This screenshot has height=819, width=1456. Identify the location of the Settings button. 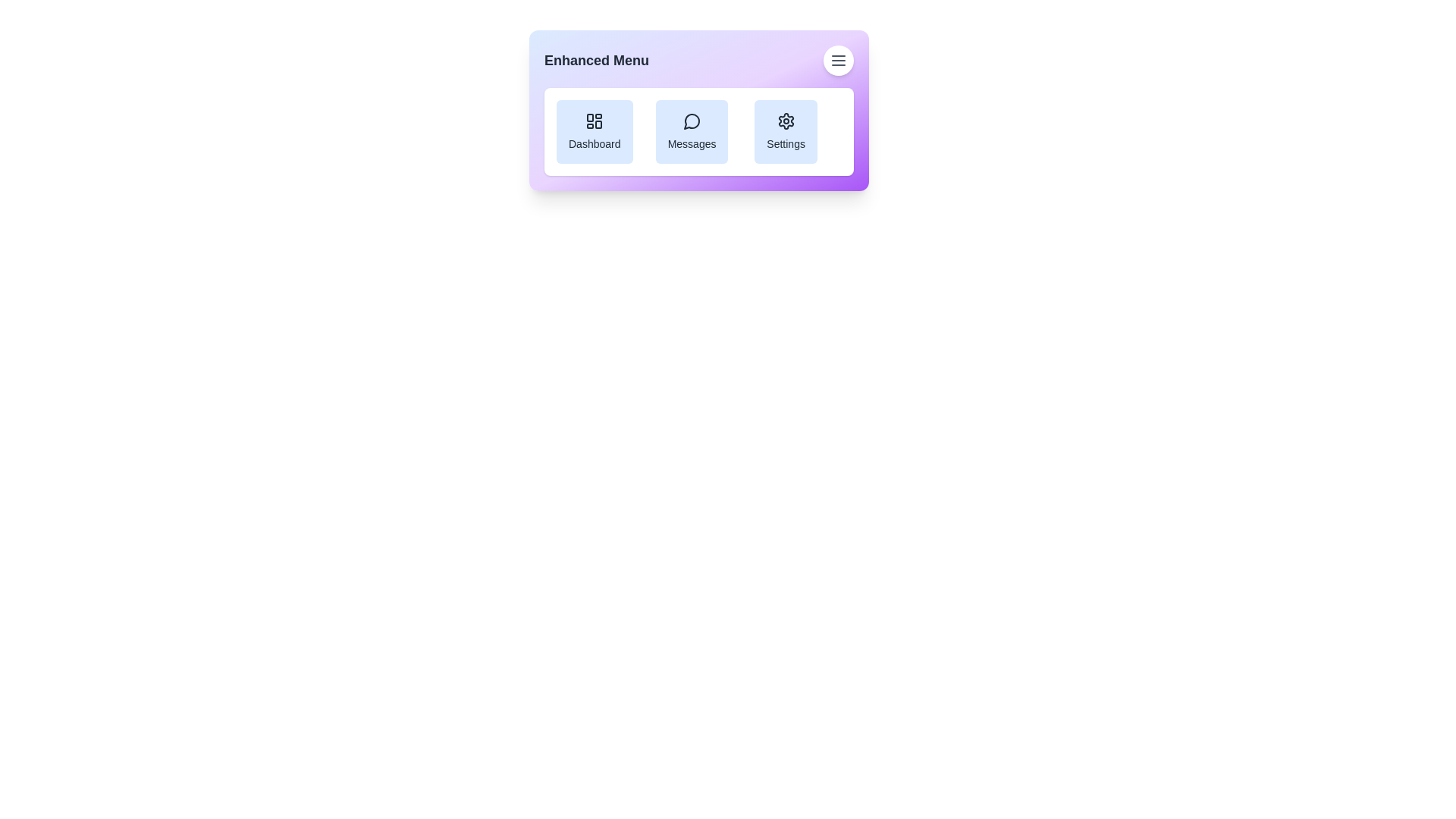
(786, 130).